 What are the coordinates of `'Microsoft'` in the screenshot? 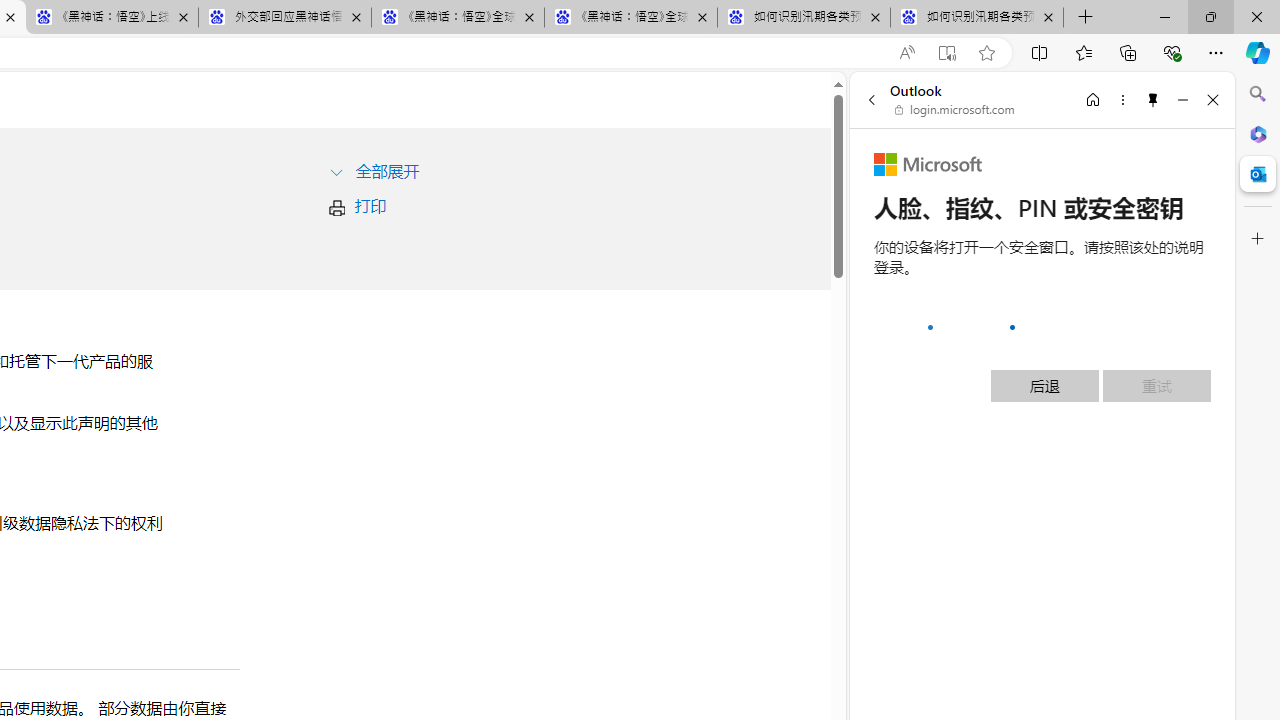 It's located at (927, 164).